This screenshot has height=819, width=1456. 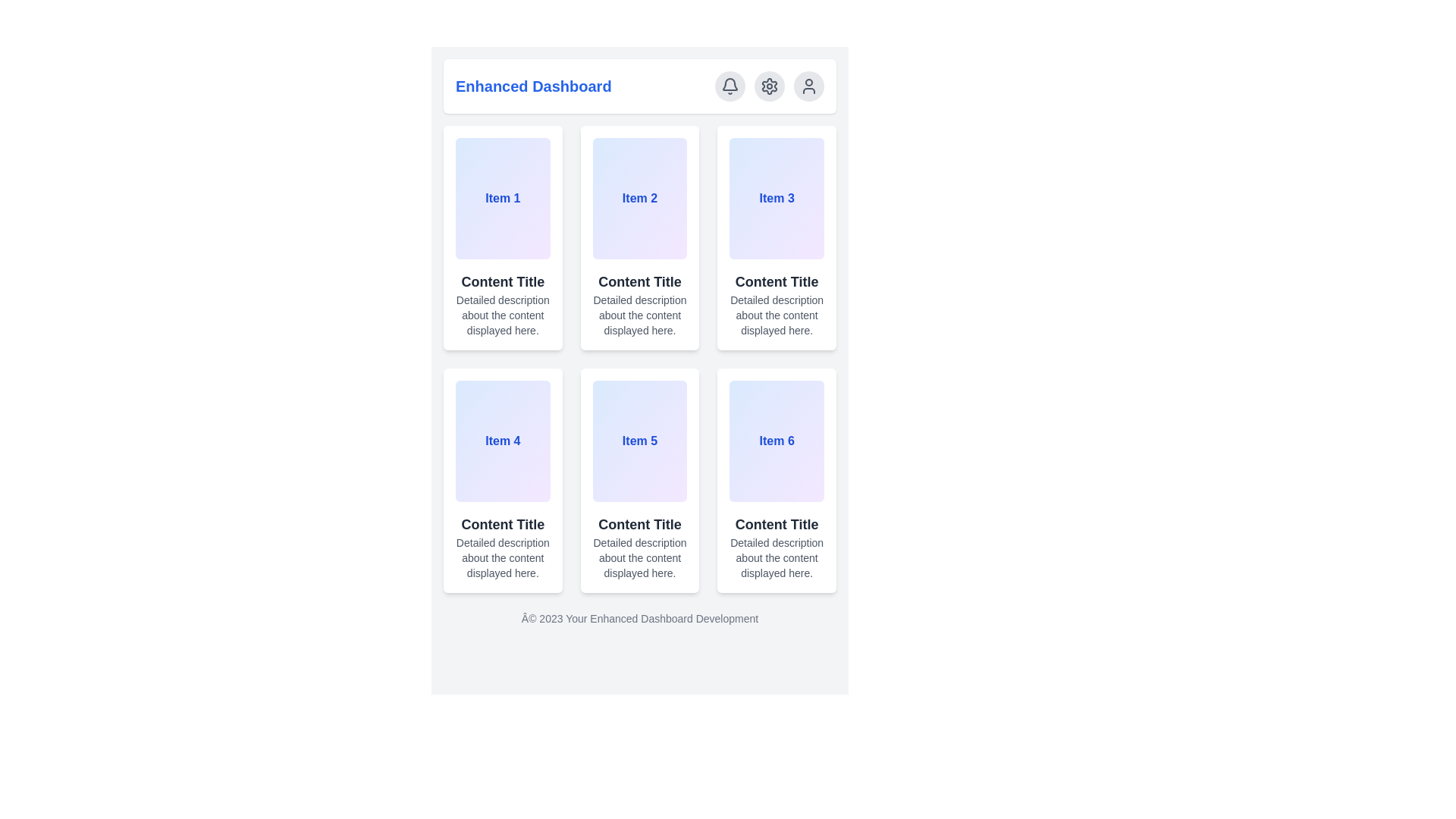 I want to click on the third informational card in the dashboard, located in the first row and to the right of the second card titled 'Item 2', so click(x=777, y=237).